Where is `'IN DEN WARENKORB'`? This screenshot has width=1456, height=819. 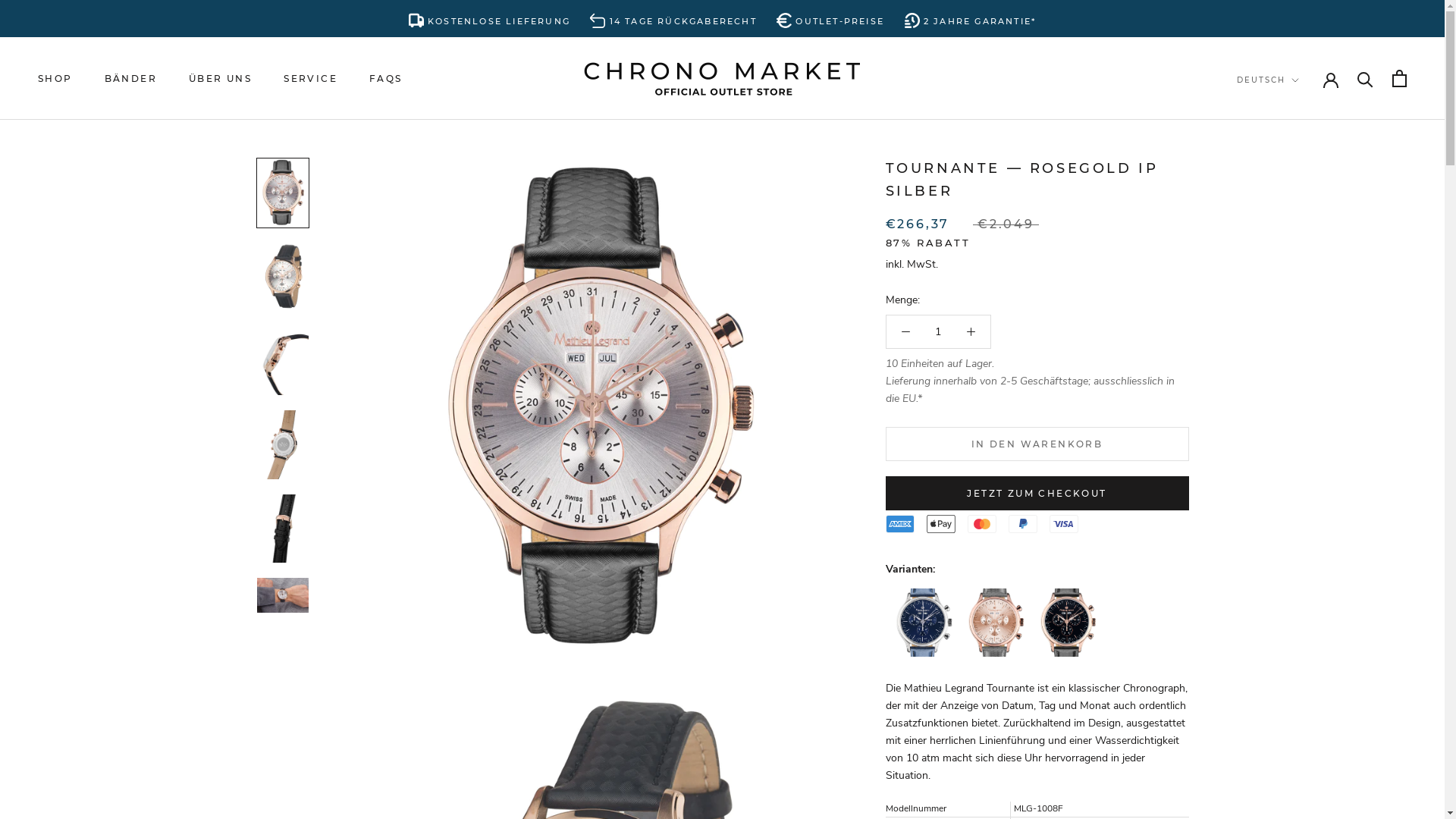 'IN DEN WARENKORB' is located at coordinates (1037, 444).